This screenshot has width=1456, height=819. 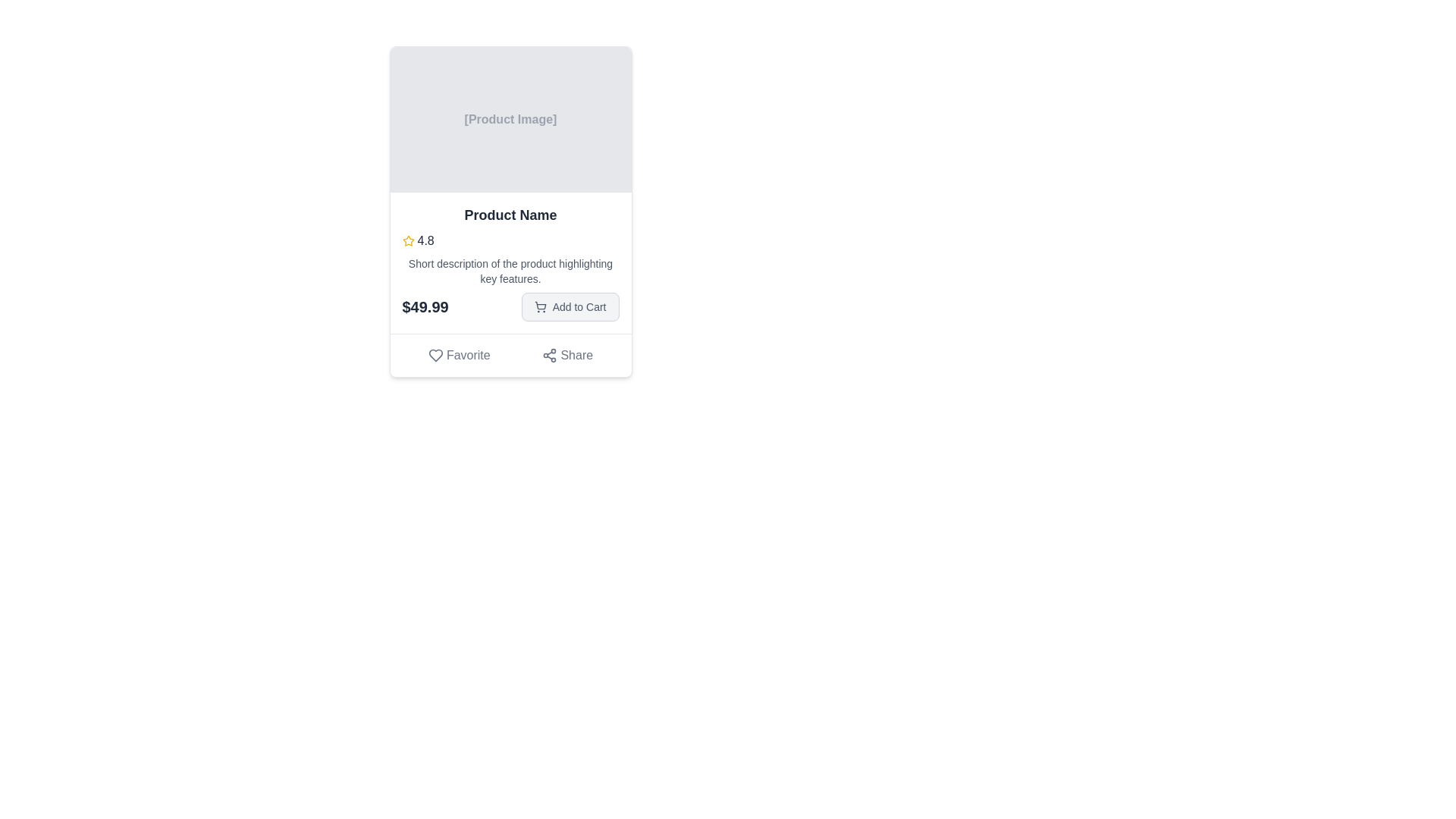 What do you see at coordinates (425, 307) in the screenshot?
I see `the static text label displaying the price '$49.99', which is prominently styled in bold text with a large font size and dark gray color, located to the left of the 'Add to Cart' button` at bounding box center [425, 307].